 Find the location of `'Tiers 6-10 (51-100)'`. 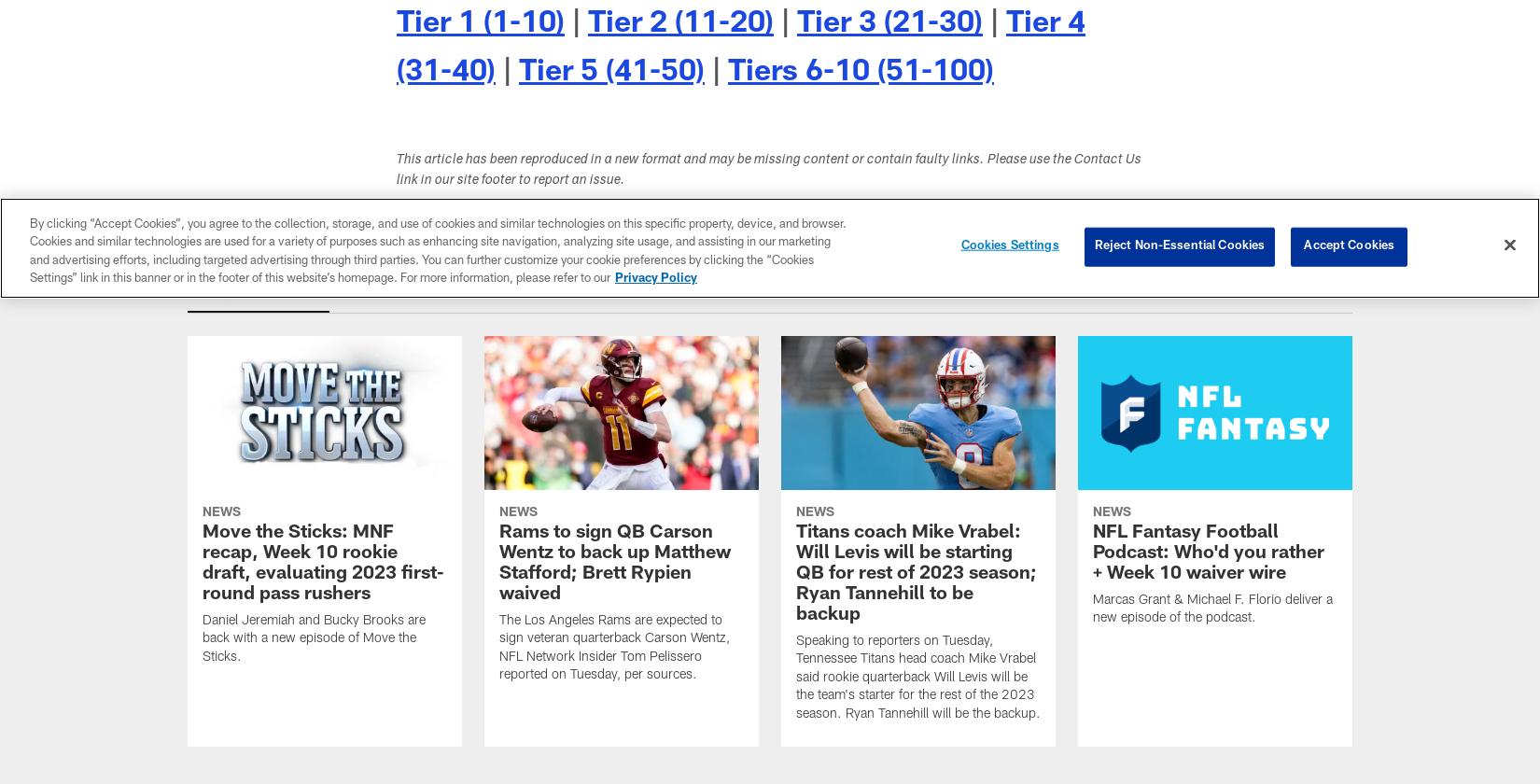

'Tiers 6-10 (51-100)' is located at coordinates (861, 73).